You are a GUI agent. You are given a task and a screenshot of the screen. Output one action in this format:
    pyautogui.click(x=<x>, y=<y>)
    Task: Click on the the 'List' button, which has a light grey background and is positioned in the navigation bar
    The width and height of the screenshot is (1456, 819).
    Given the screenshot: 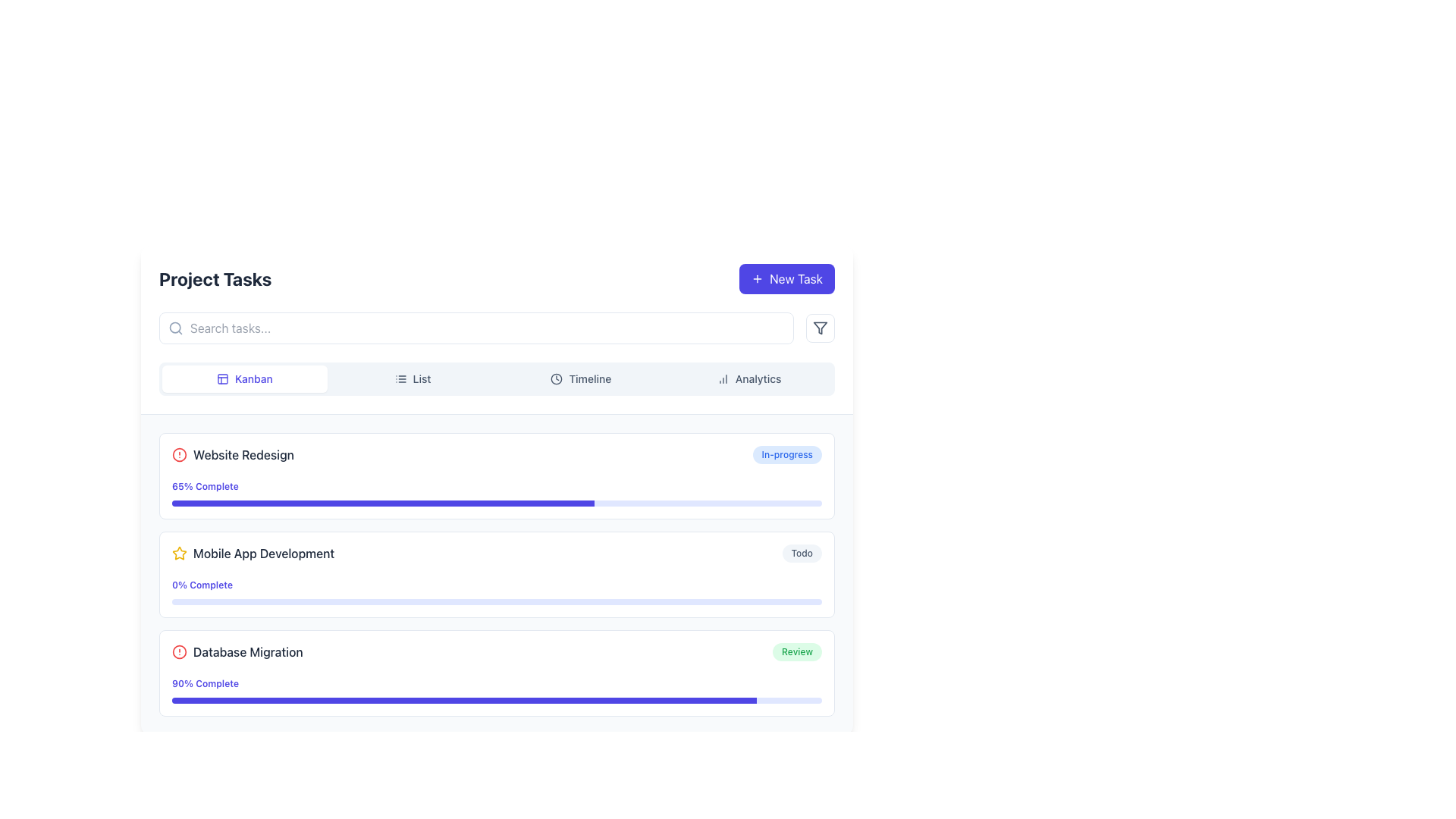 What is the action you would take?
    pyautogui.click(x=413, y=378)
    